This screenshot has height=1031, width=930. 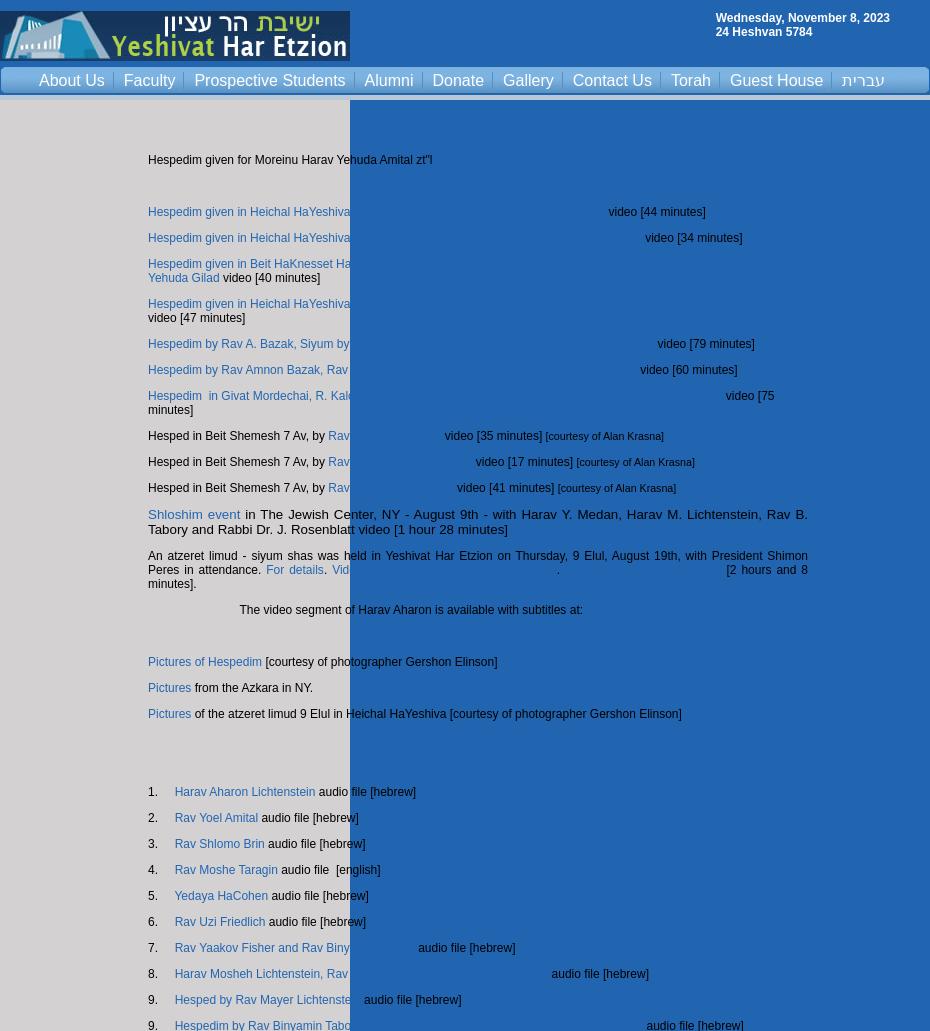 I want to click on '24 Heshvan 5784', so click(x=763, y=31).